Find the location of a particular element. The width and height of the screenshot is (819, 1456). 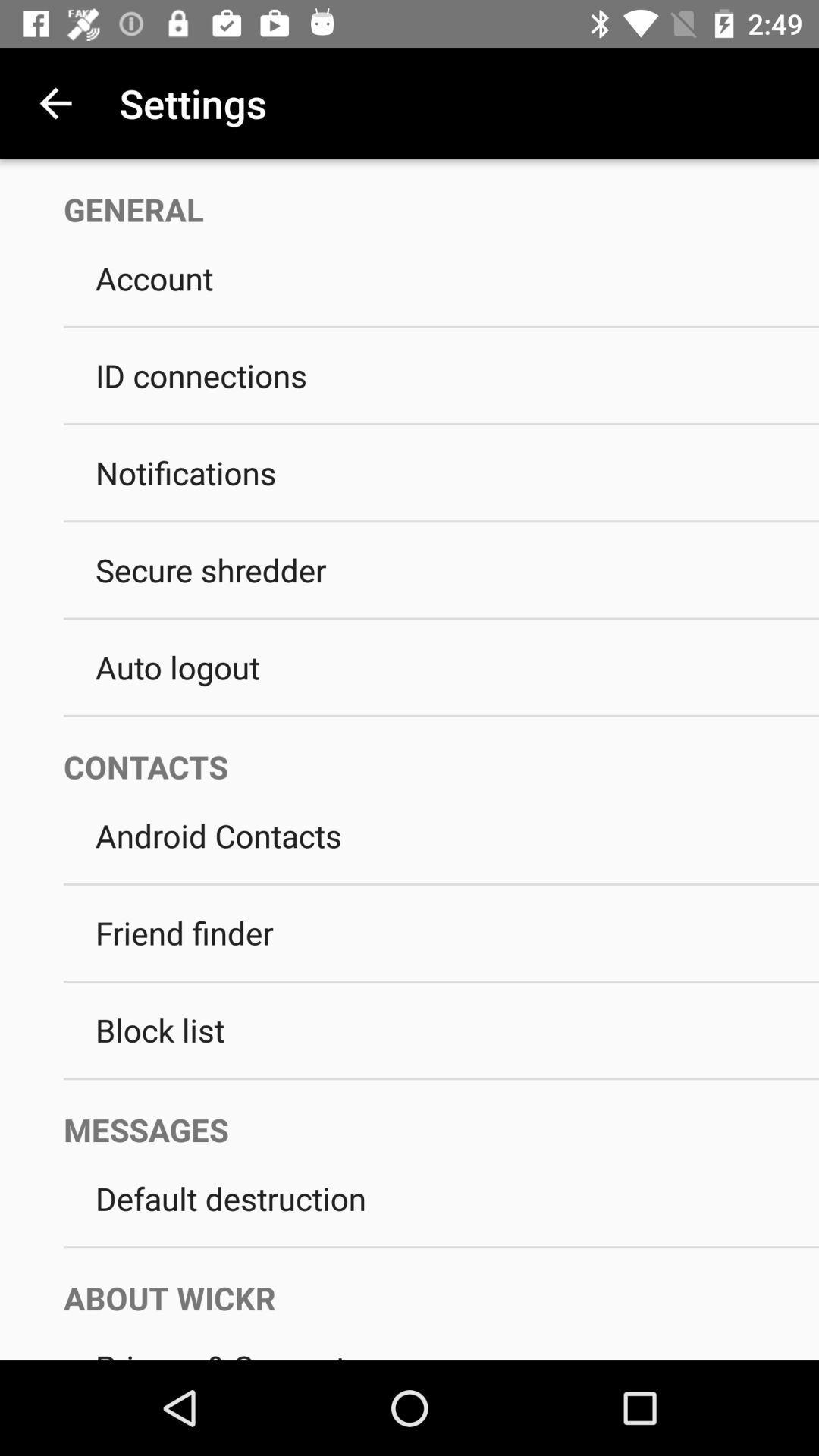

item above general is located at coordinates (55, 102).